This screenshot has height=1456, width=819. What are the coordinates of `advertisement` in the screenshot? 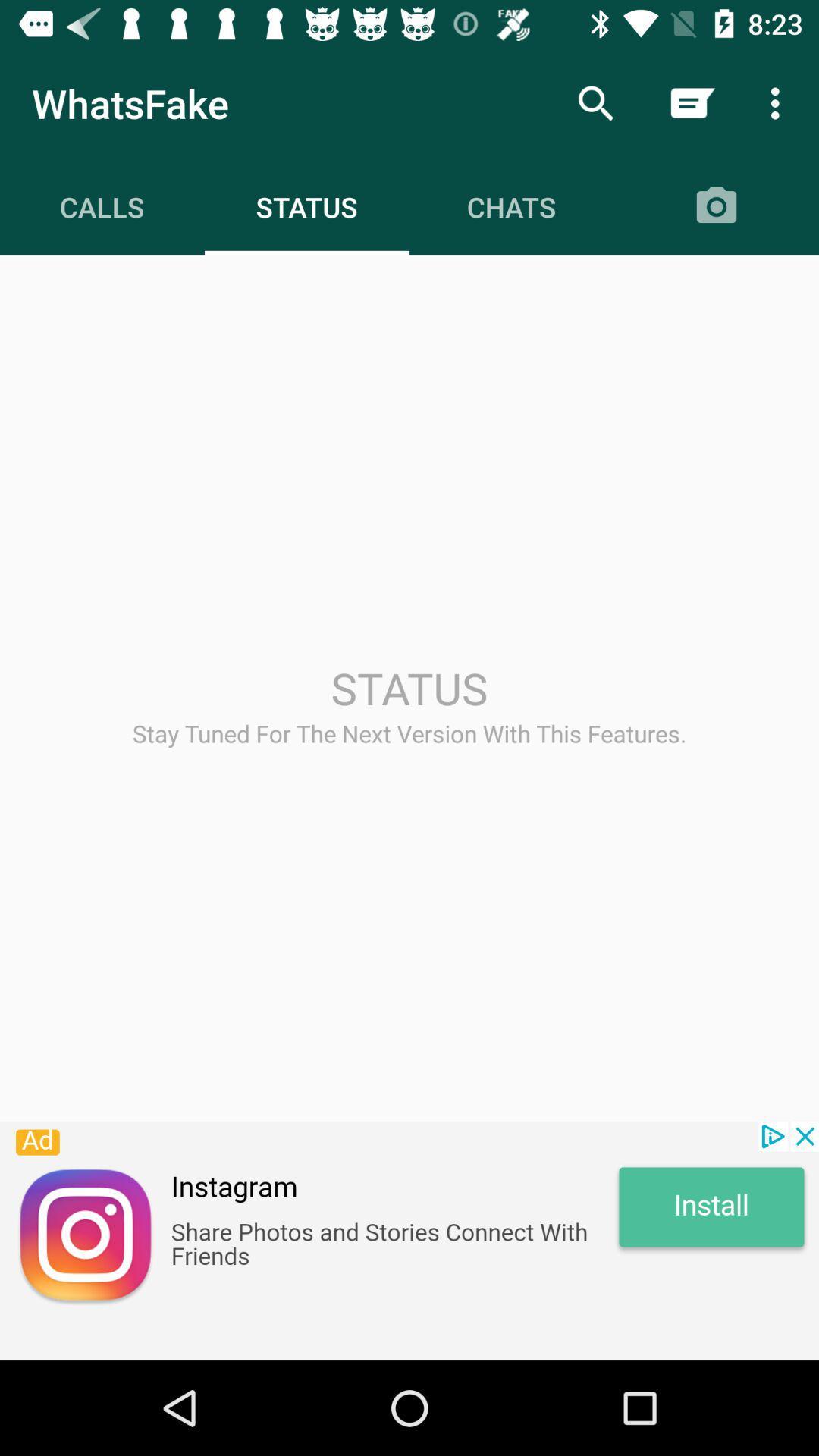 It's located at (409, 1241).